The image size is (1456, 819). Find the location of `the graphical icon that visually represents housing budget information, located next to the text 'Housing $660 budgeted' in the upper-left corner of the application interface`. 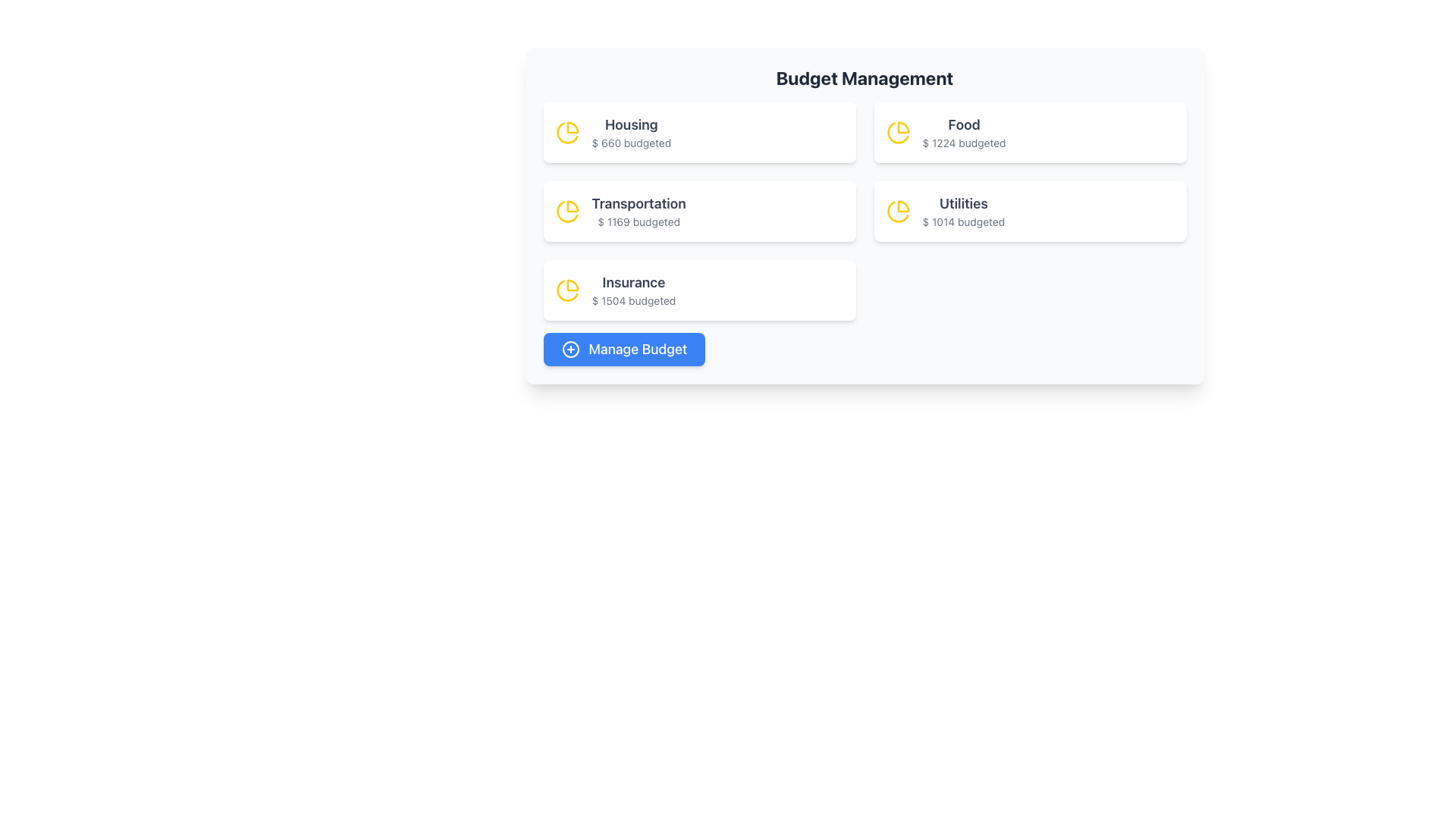

the graphical icon that visually represents housing budget information, located next to the text 'Housing $660 budgeted' in the upper-left corner of the application interface is located at coordinates (566, 290).